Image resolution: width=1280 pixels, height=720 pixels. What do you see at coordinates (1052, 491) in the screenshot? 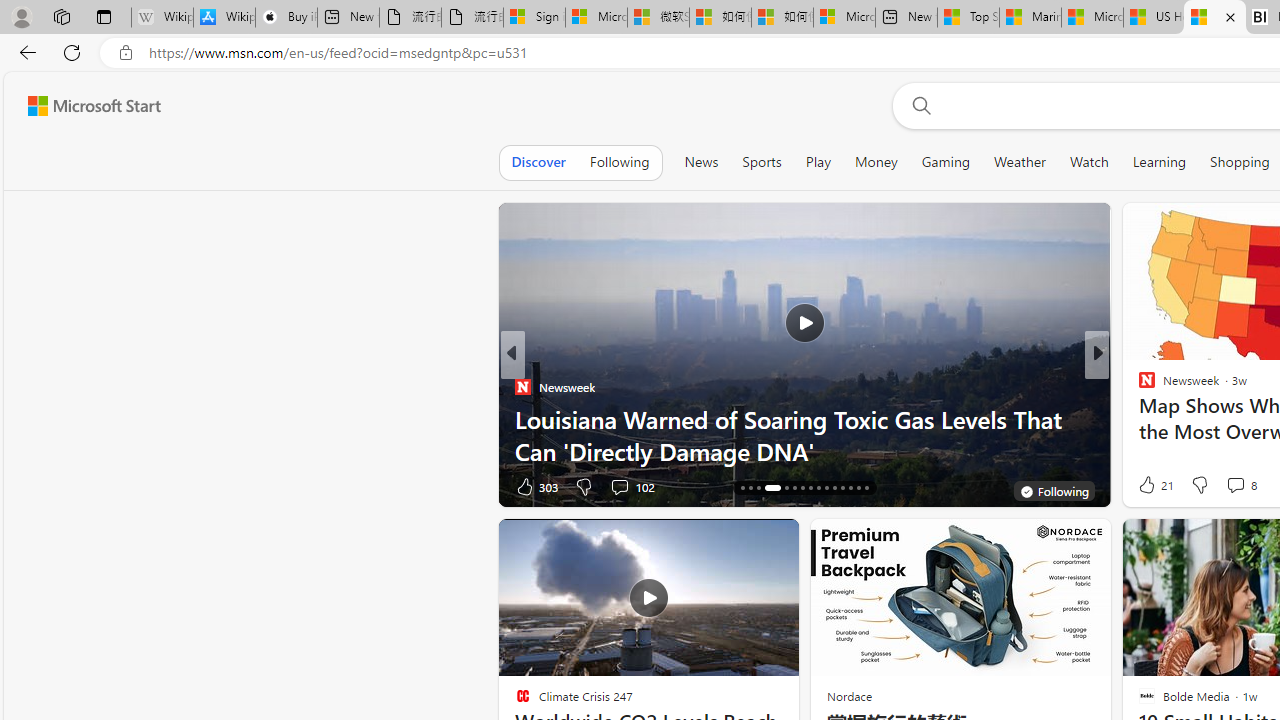
I see `'You'` at bounding box center [1052, 491].